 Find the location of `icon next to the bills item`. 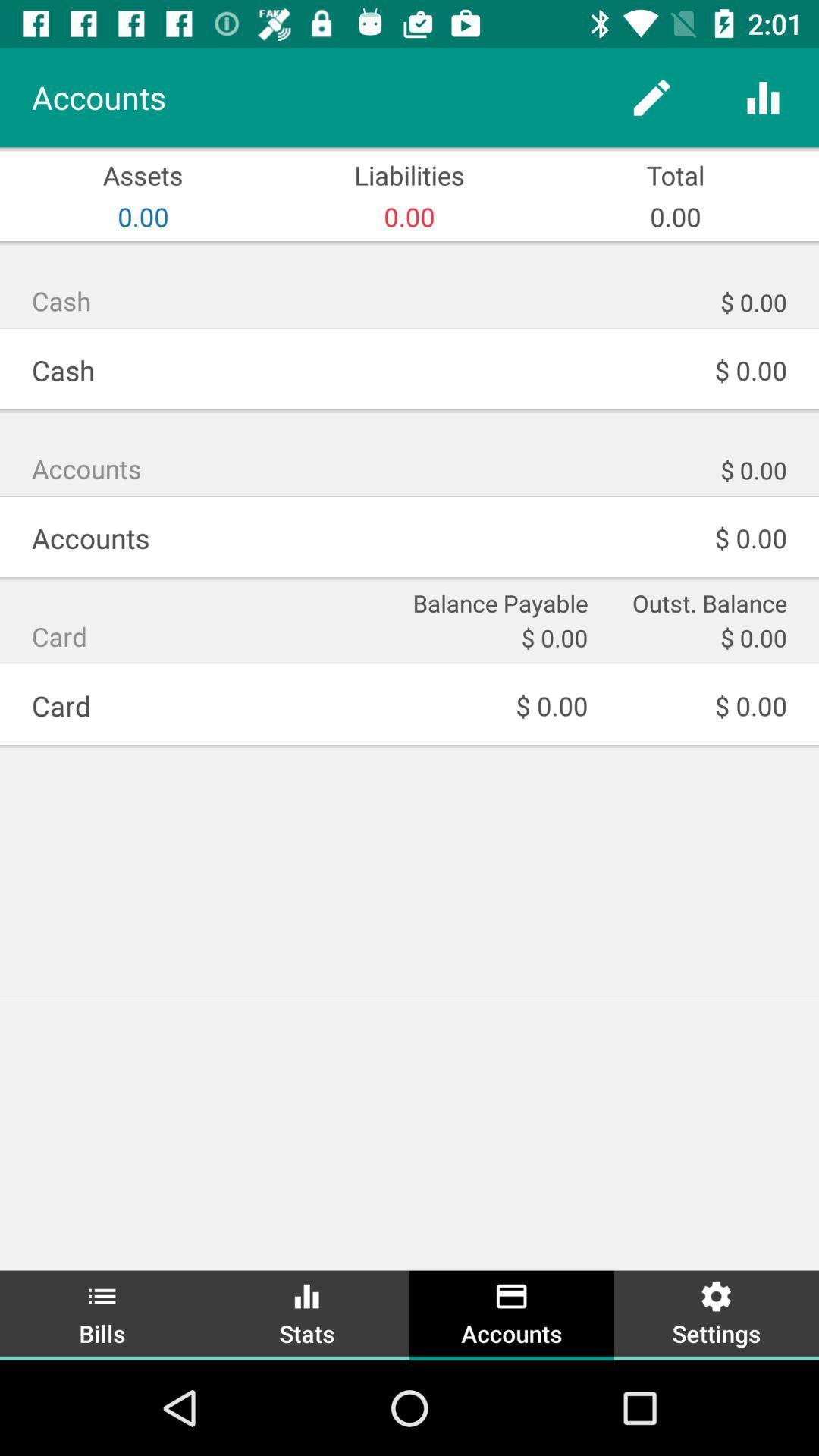

icon next to the bills item is located at coordinates (307, 1313).